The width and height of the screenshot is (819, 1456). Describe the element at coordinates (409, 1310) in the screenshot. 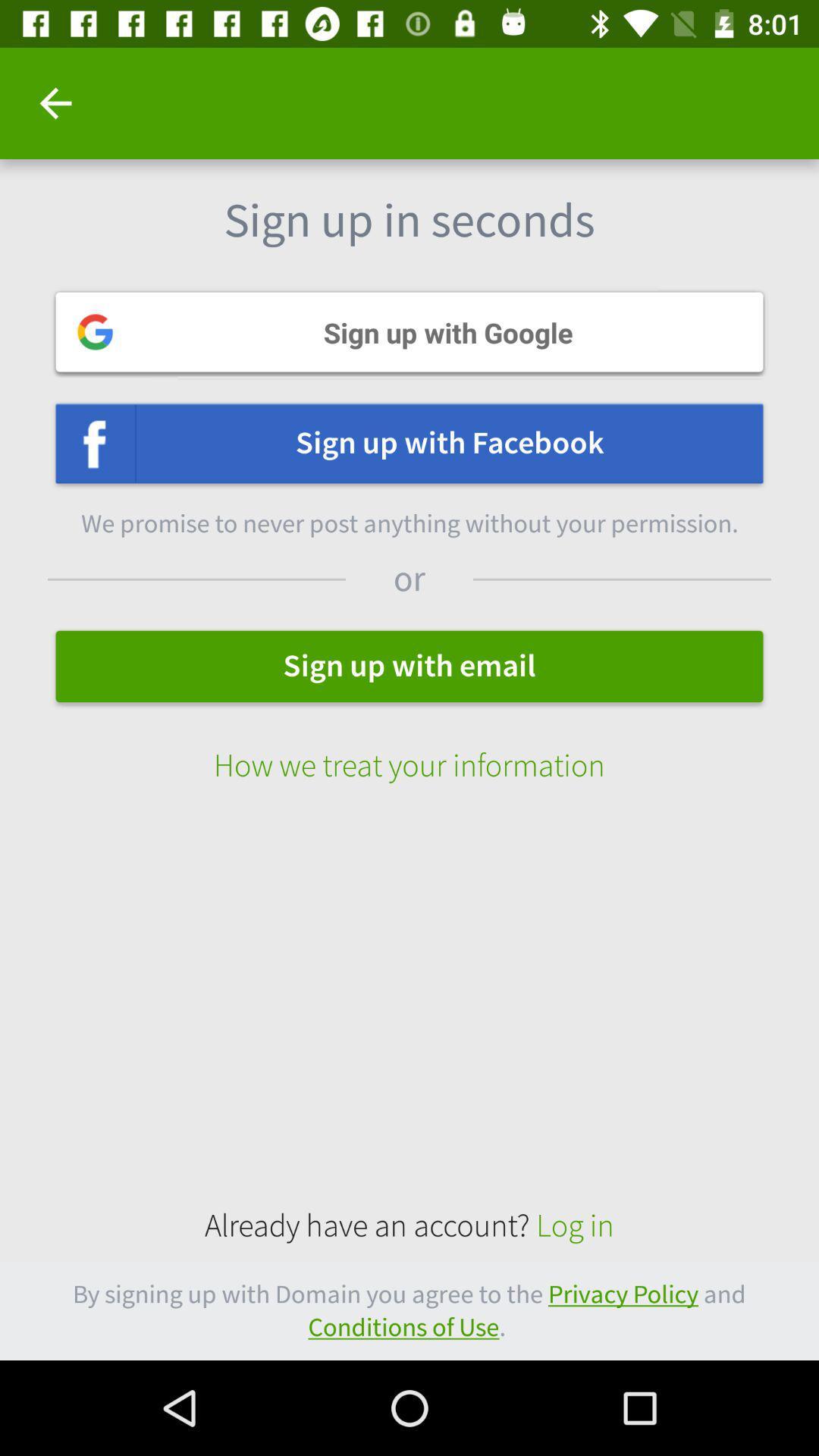

I see `the by signing up icon` at that location.